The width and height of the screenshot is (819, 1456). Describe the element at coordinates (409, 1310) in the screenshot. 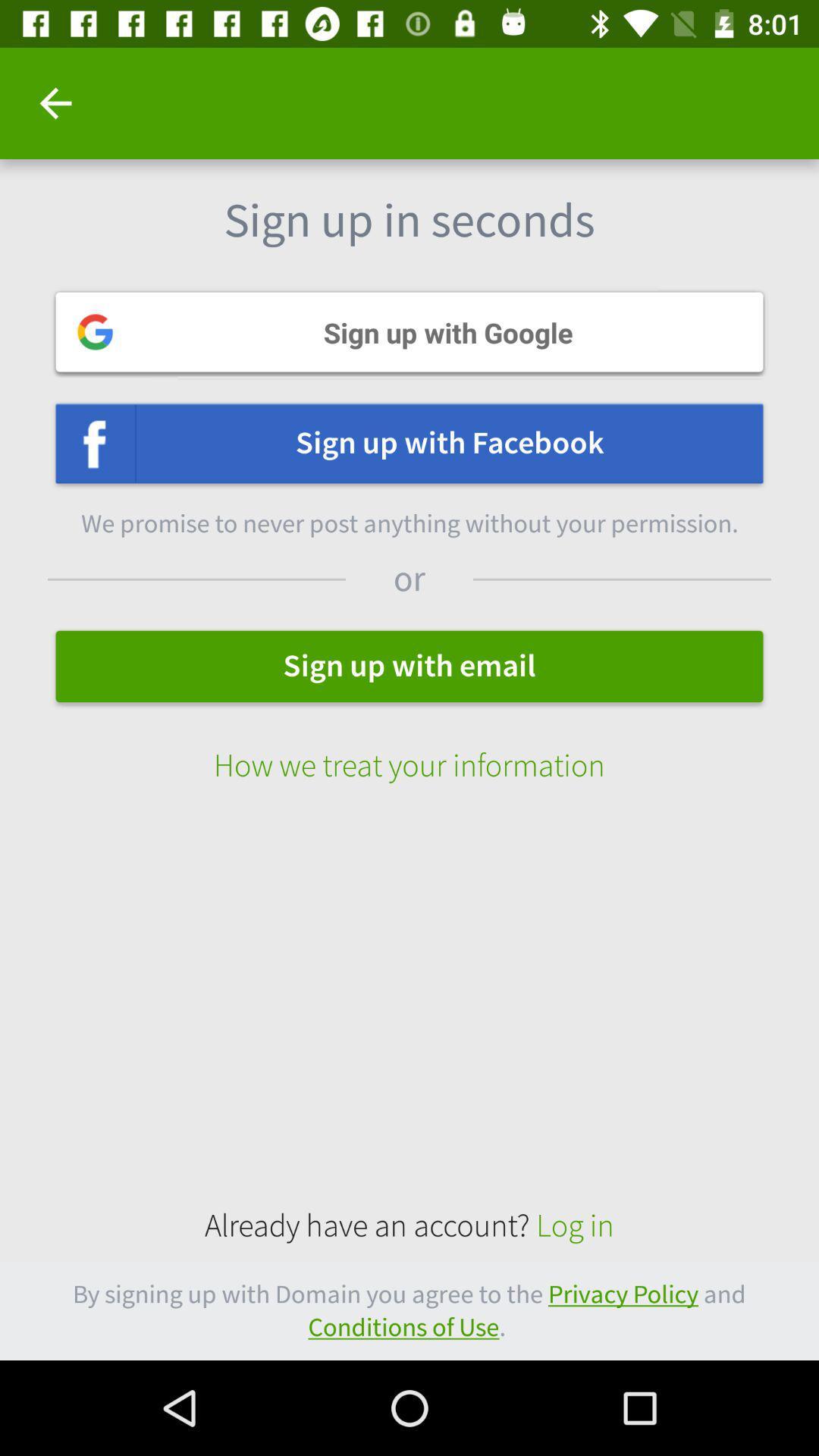

I see `the by signing up icon` at that location.